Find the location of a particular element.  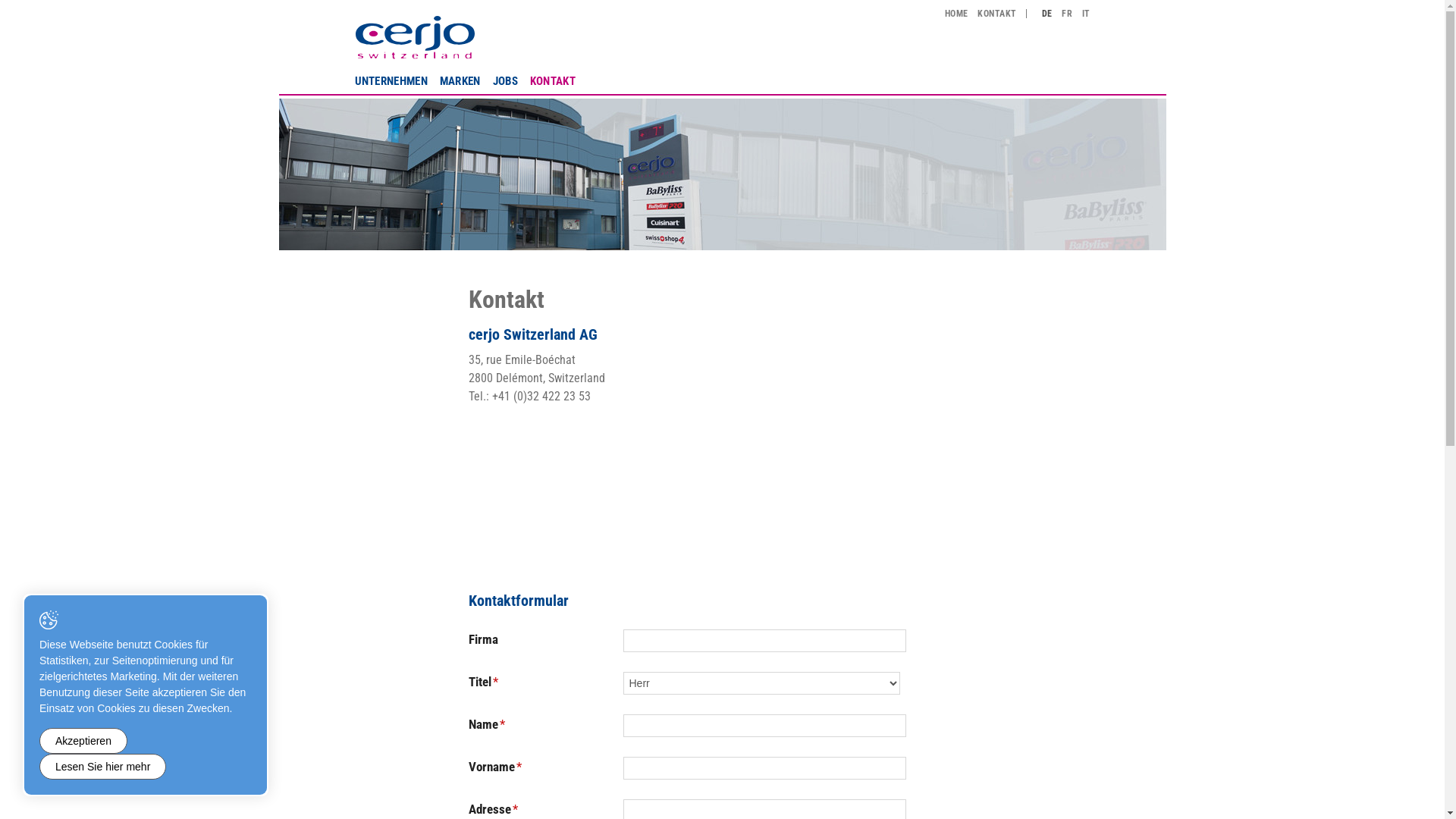

'KONTAKT' is located at coordinates (996, 14).